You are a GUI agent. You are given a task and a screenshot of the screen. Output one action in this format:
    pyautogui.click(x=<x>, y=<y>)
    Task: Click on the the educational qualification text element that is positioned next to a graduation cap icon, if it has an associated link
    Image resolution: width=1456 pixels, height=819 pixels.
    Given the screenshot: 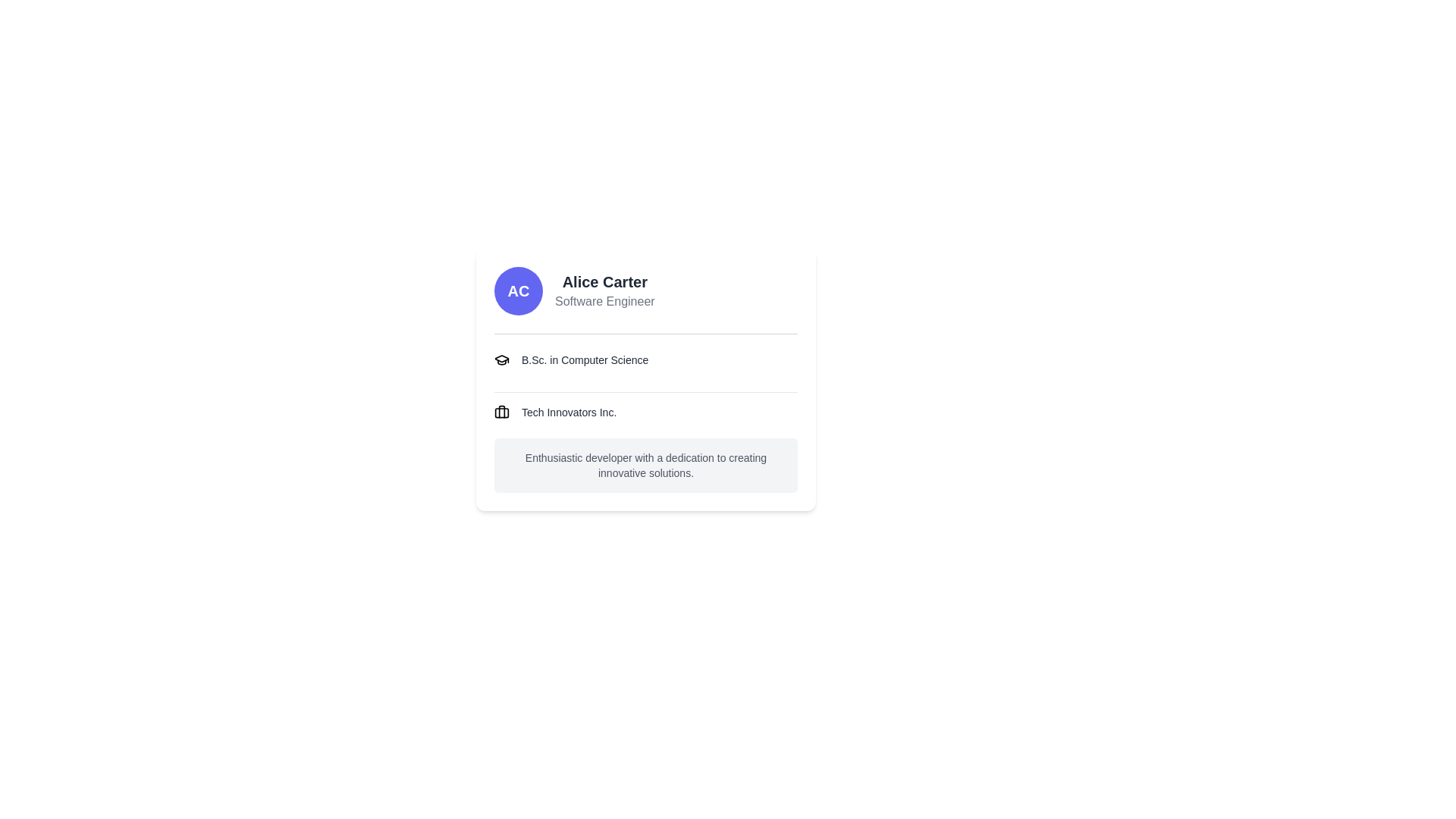 What is the action you would take?
    pyautogui.click(x=584, y=359)
    